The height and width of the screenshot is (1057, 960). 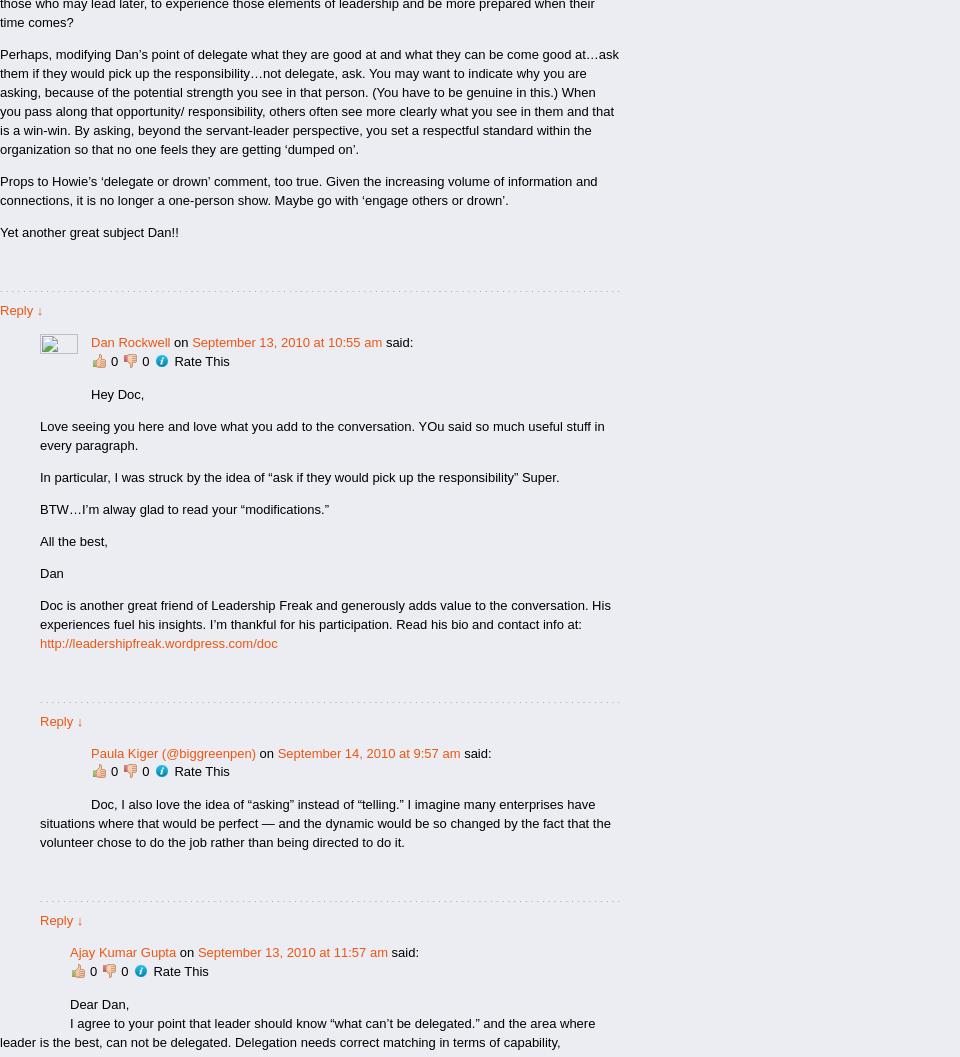 What do you see at coordinates (39, 476) in the screenshot?
I see `'In particular, I was struck by the idea of “ask if they would pick up the responsibility” Super.'` at bounding box center [39, 476].